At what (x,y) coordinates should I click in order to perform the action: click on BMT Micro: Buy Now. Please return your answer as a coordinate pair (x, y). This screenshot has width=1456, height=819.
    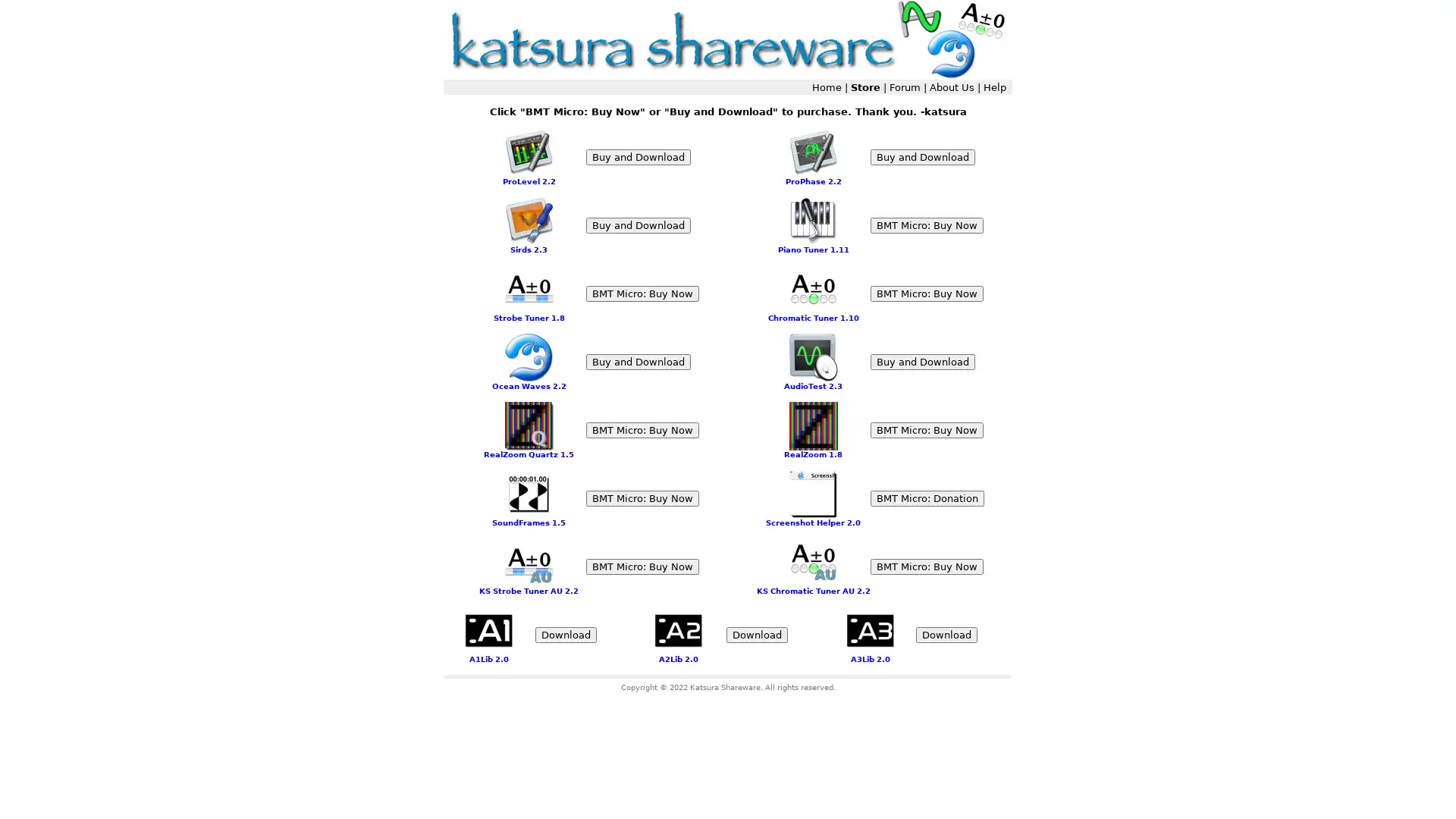
    Looking at the image, I should click on (642, 430).